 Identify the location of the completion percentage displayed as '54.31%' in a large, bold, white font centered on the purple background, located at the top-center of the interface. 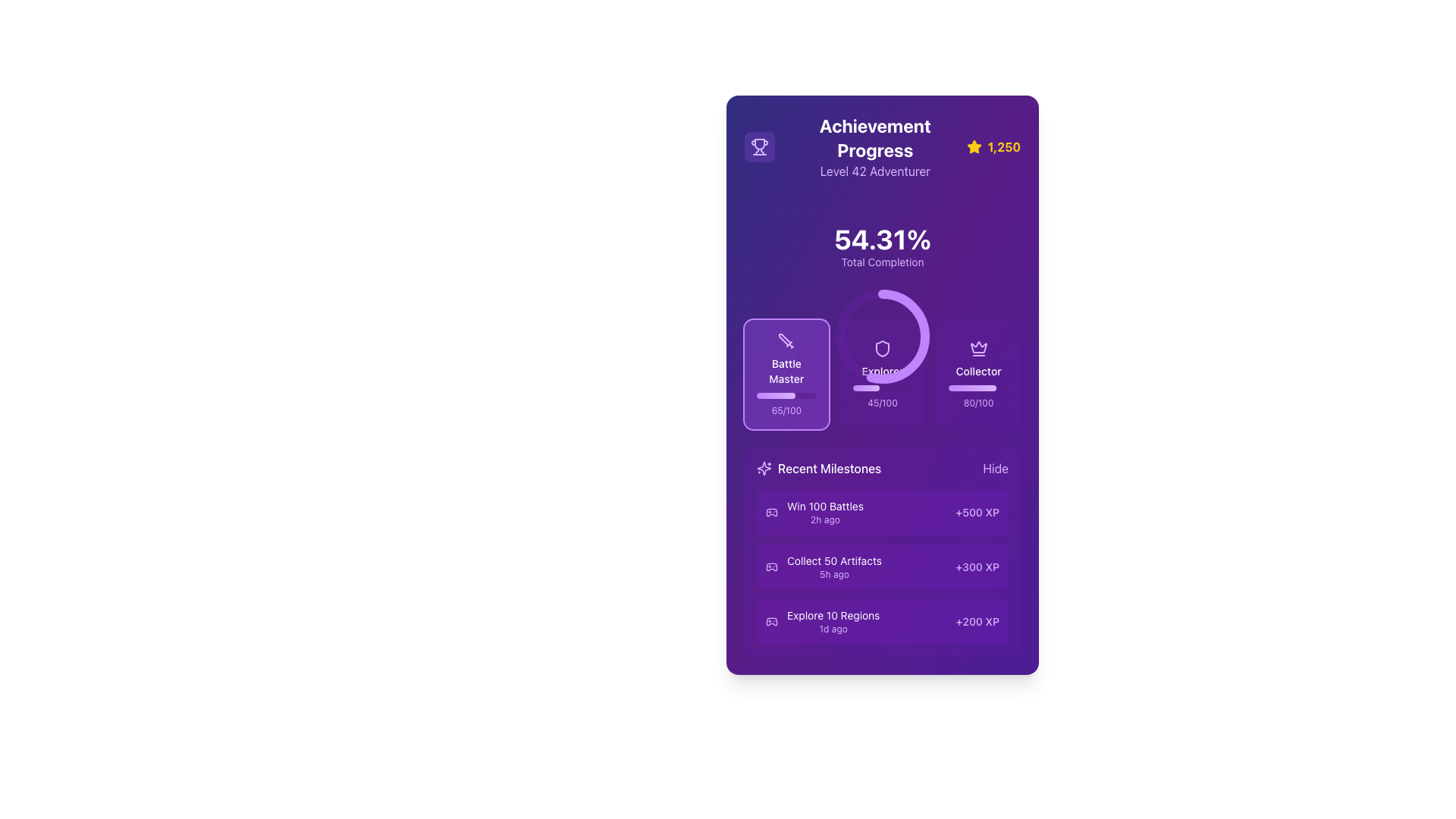
(882, 239).